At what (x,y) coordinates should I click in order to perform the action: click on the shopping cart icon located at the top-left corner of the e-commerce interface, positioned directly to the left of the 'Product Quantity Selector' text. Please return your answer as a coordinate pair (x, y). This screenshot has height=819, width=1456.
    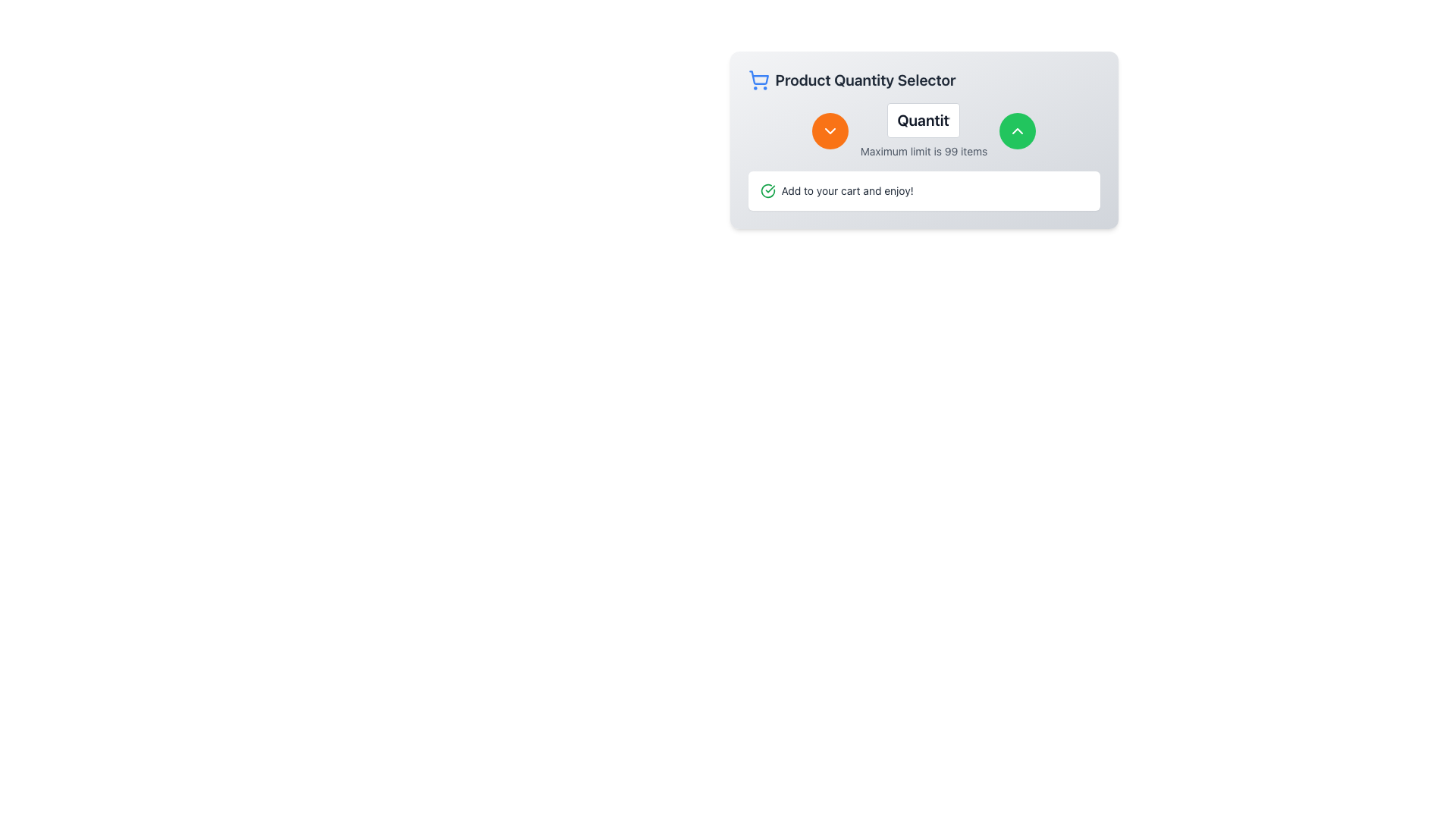
    Looking at the image, I should click on (758, 80).